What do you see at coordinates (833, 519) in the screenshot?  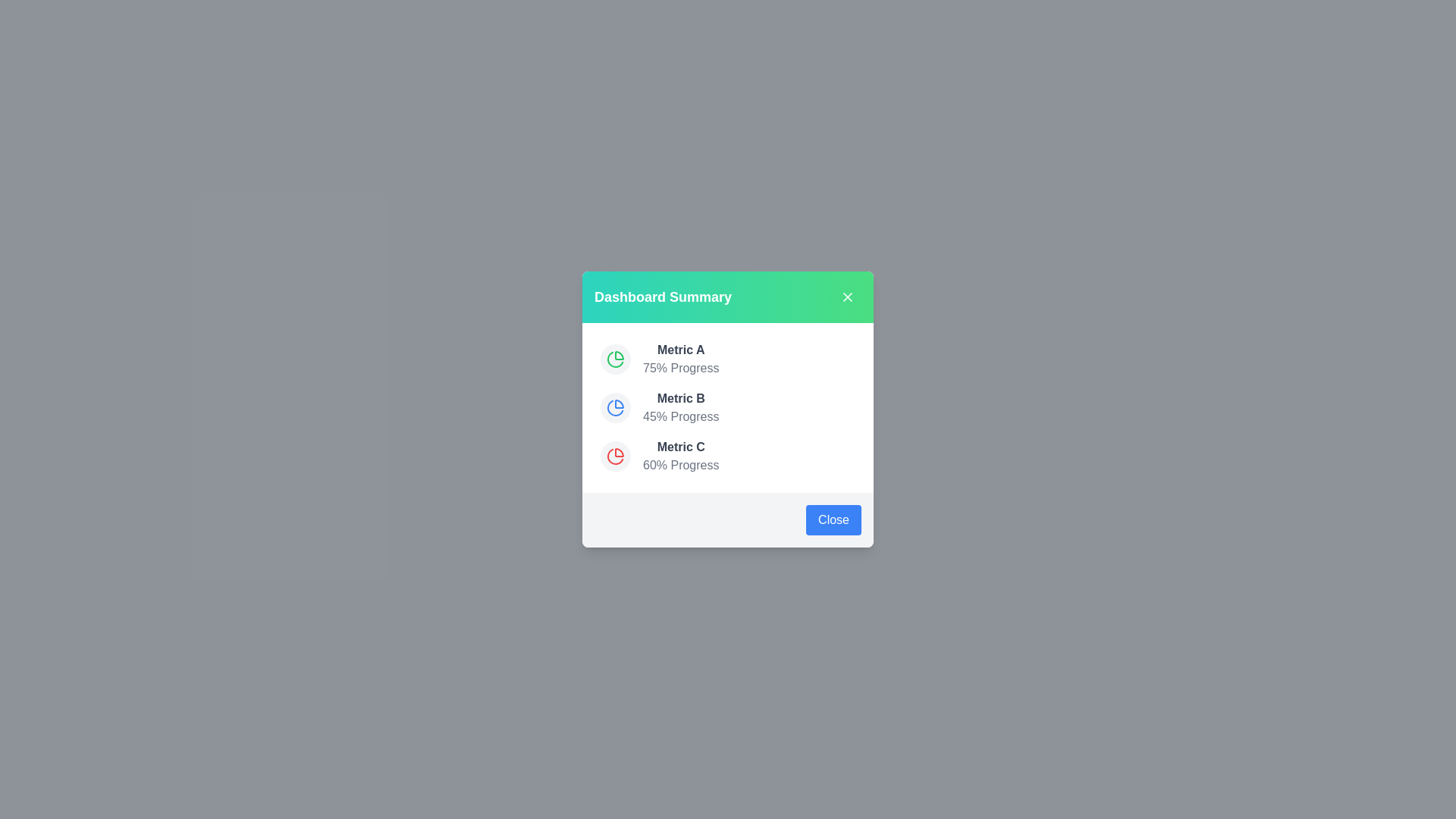 I see `the 'Close' button in the footer to close the dialog` at bounding box center [833, 519].